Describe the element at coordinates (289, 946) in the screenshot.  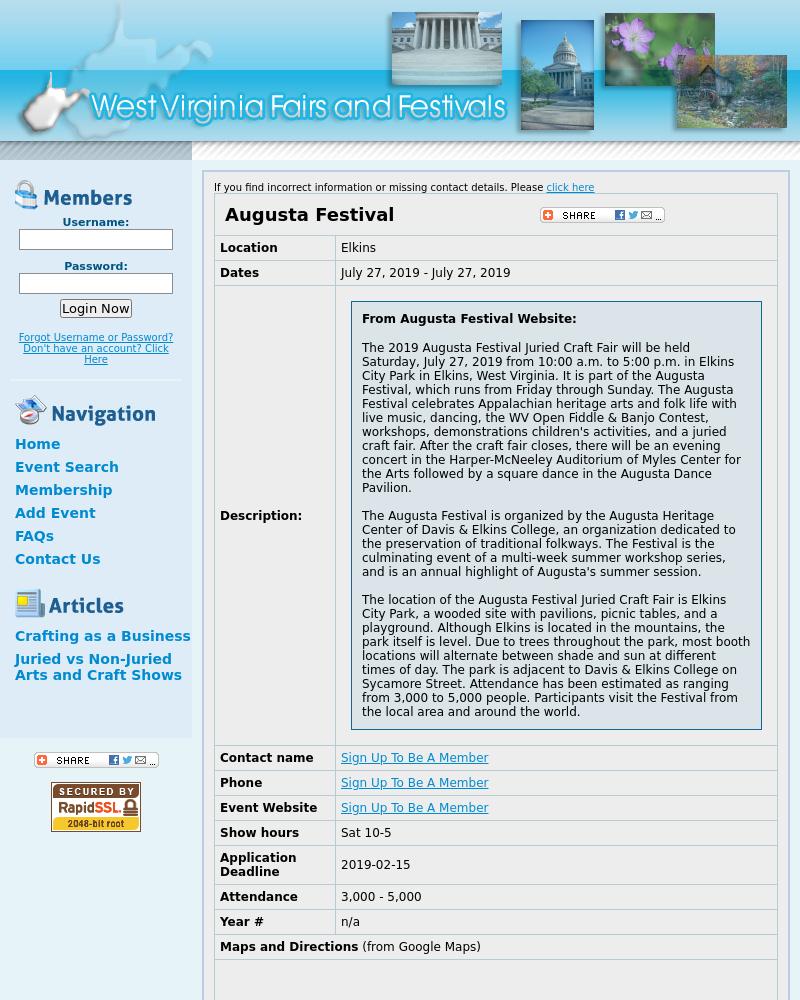
I see `'Maps and Directions'` at that location.